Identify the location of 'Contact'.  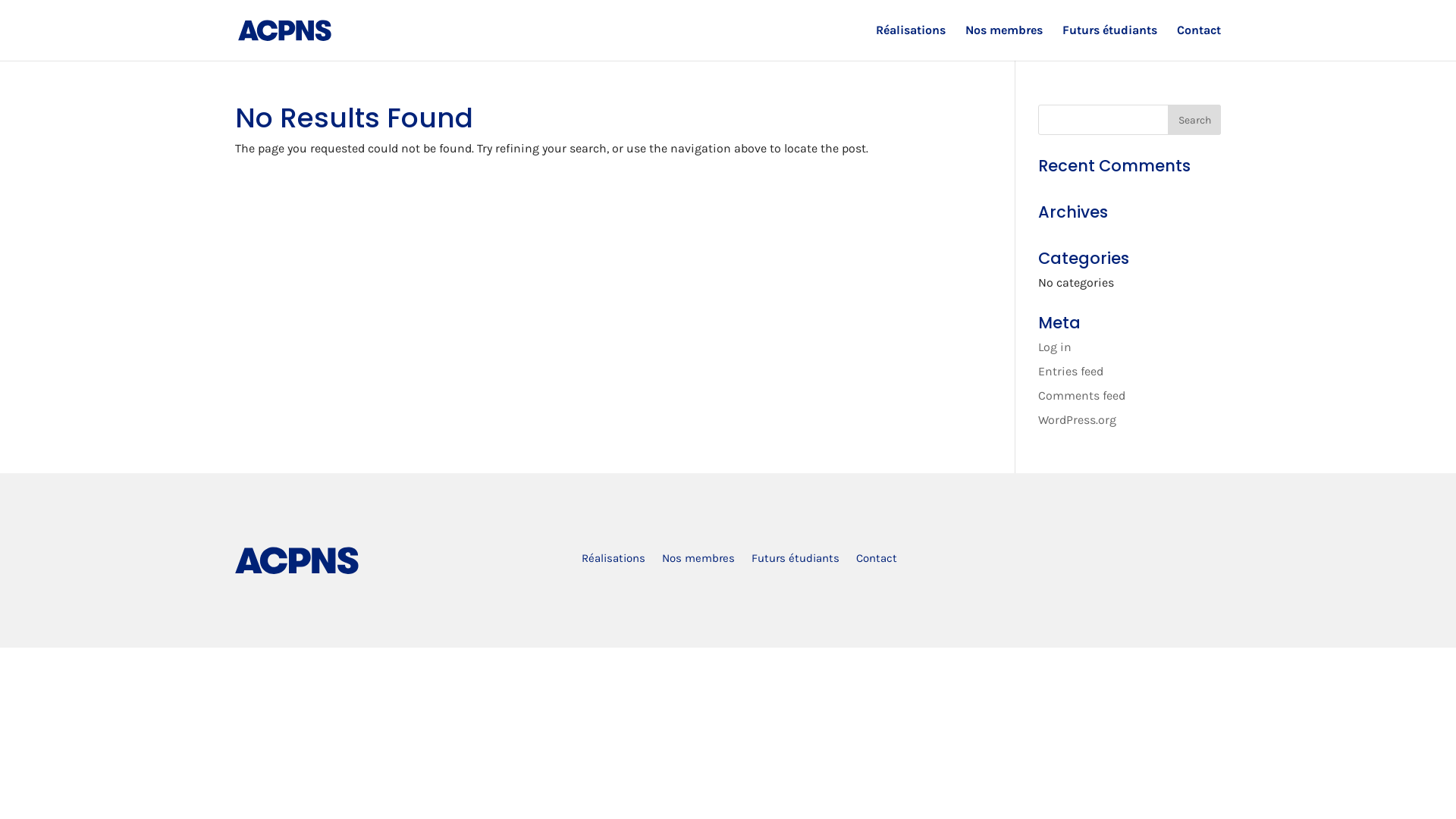
(855, 561).